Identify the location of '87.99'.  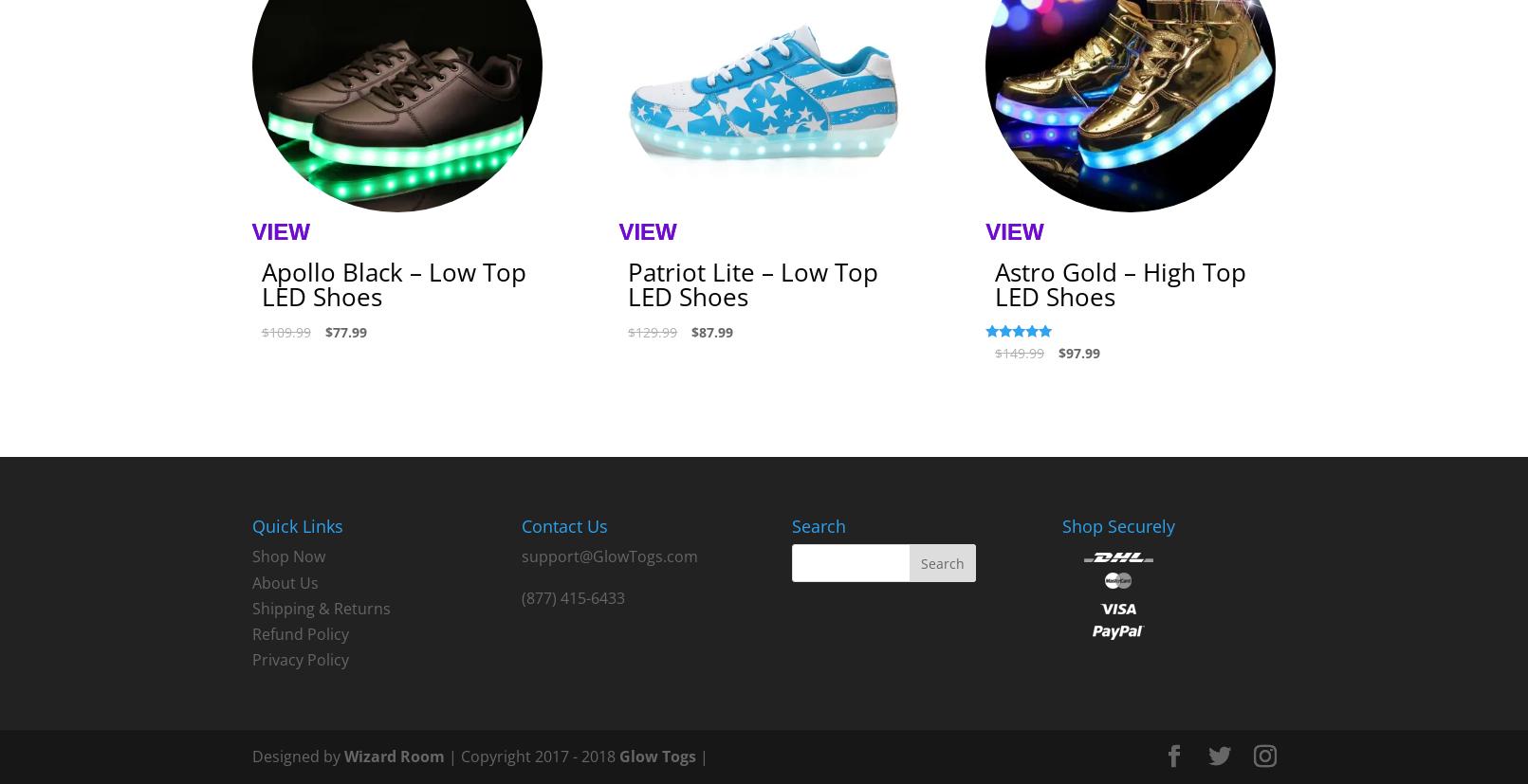
(716, 332).